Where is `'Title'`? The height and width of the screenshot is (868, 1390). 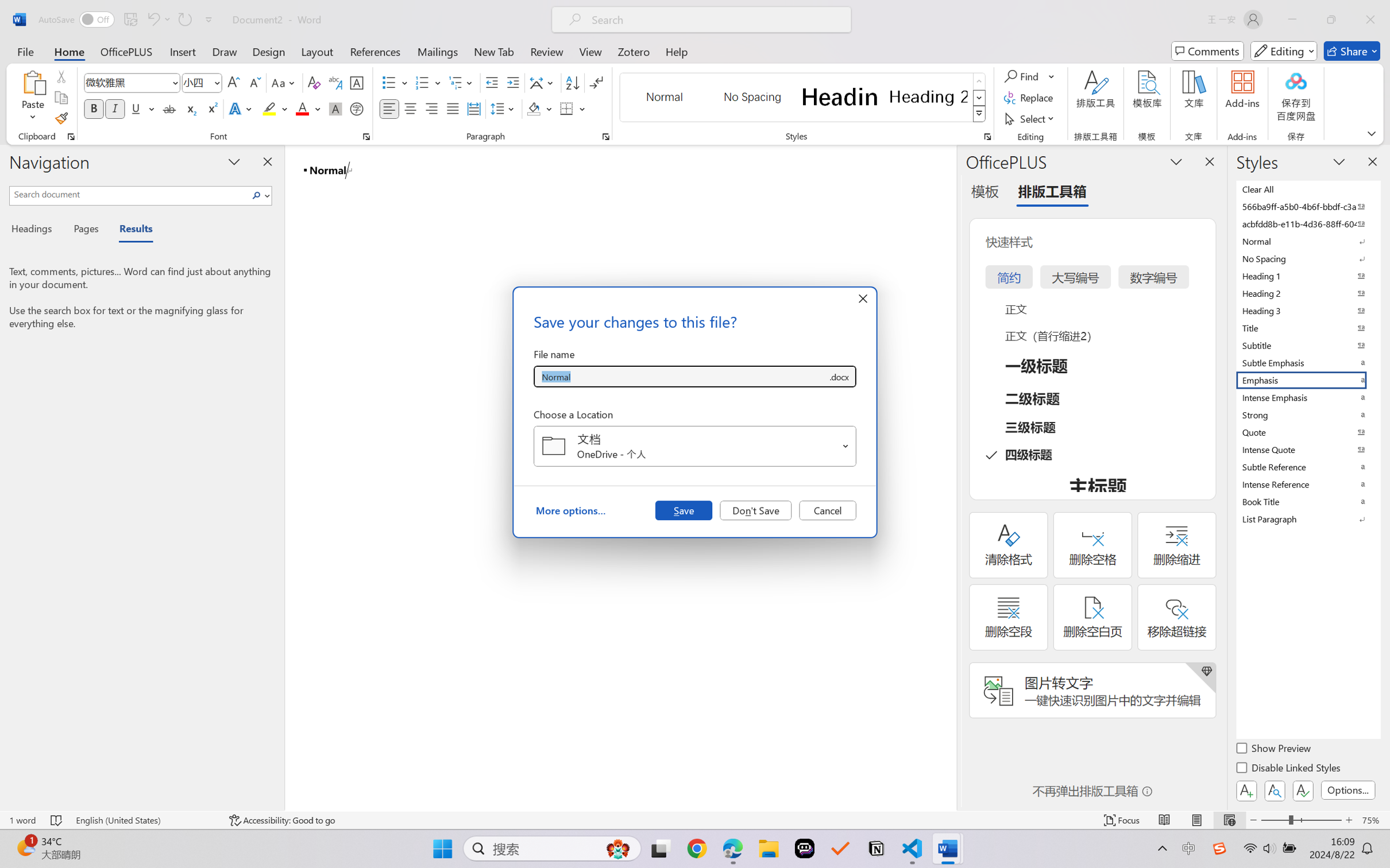 'Title' is located at coordinates (1307, 327).